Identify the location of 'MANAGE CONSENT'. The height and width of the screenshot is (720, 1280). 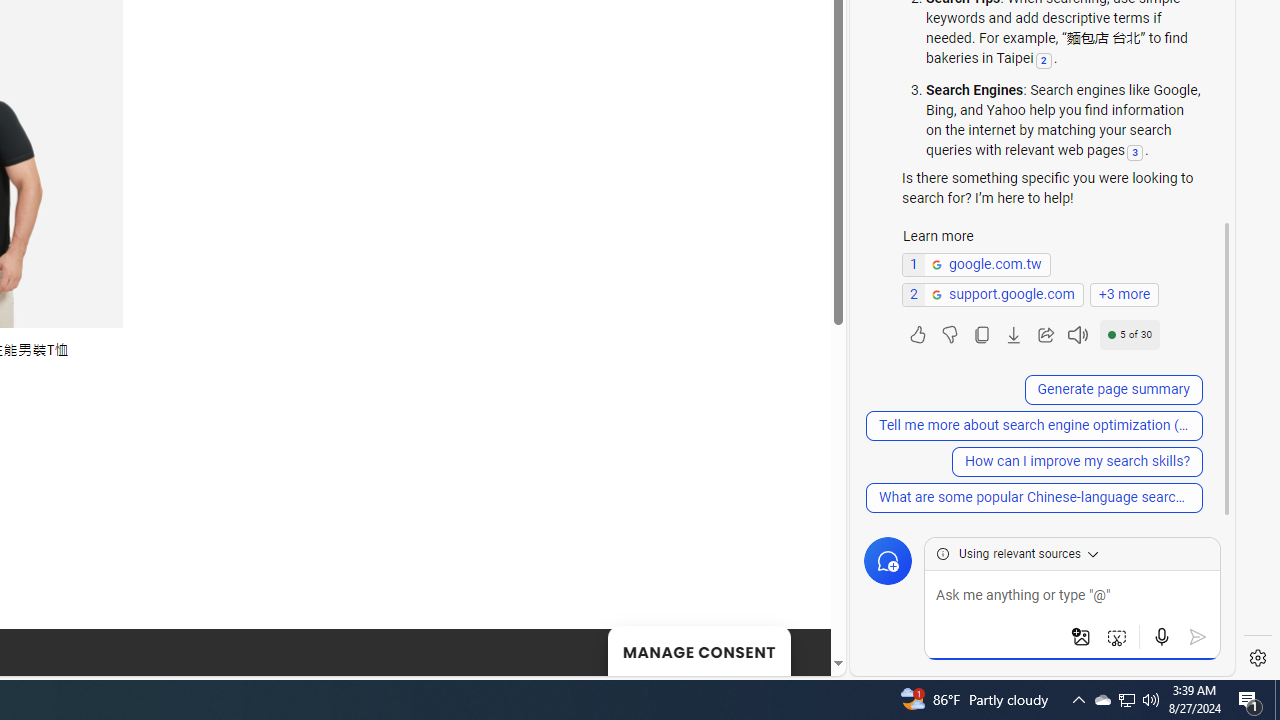
(698, 650).